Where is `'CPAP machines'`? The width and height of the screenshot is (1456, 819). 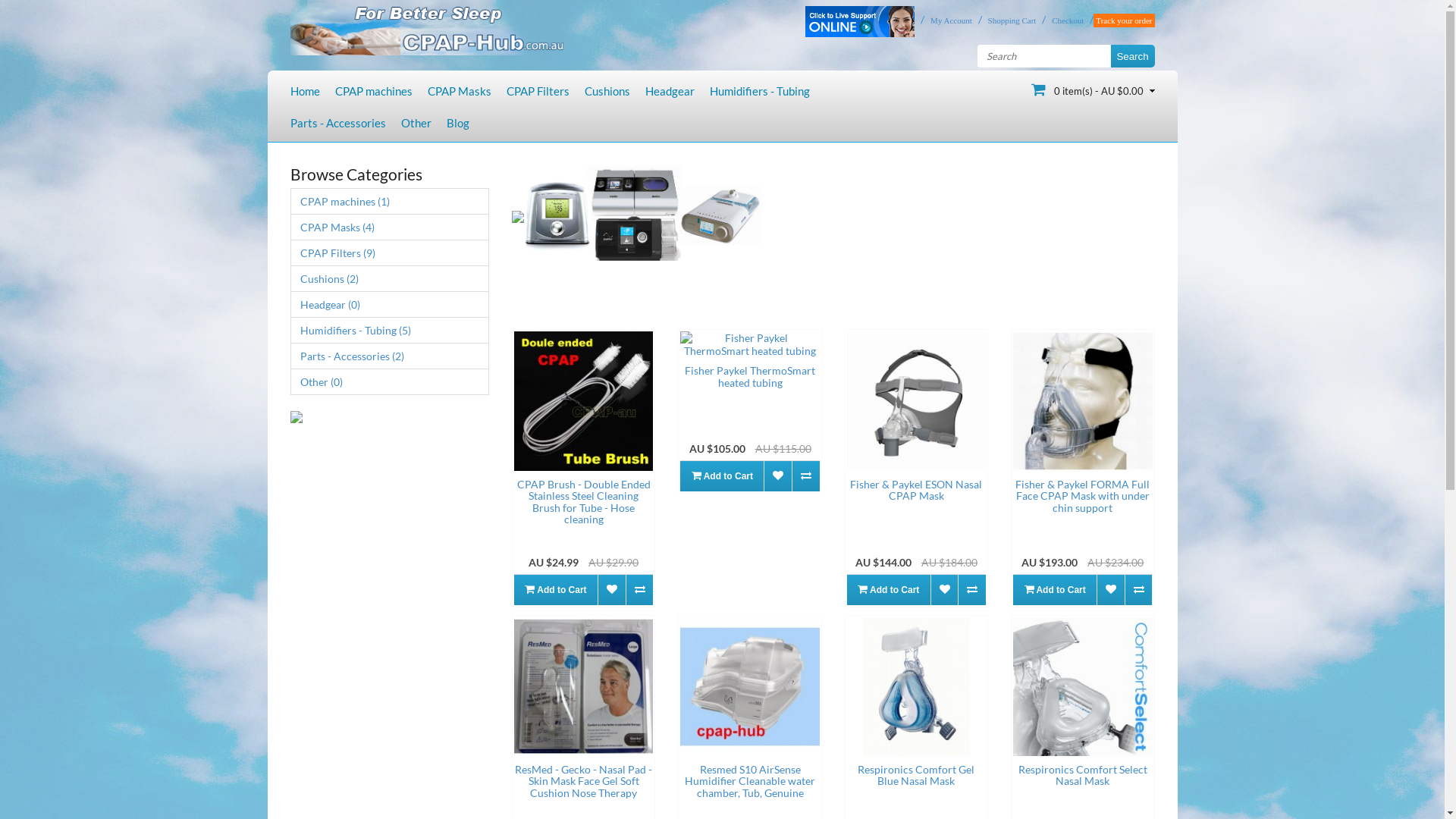 'CPAP machines' is located at coordinates (374, 90).